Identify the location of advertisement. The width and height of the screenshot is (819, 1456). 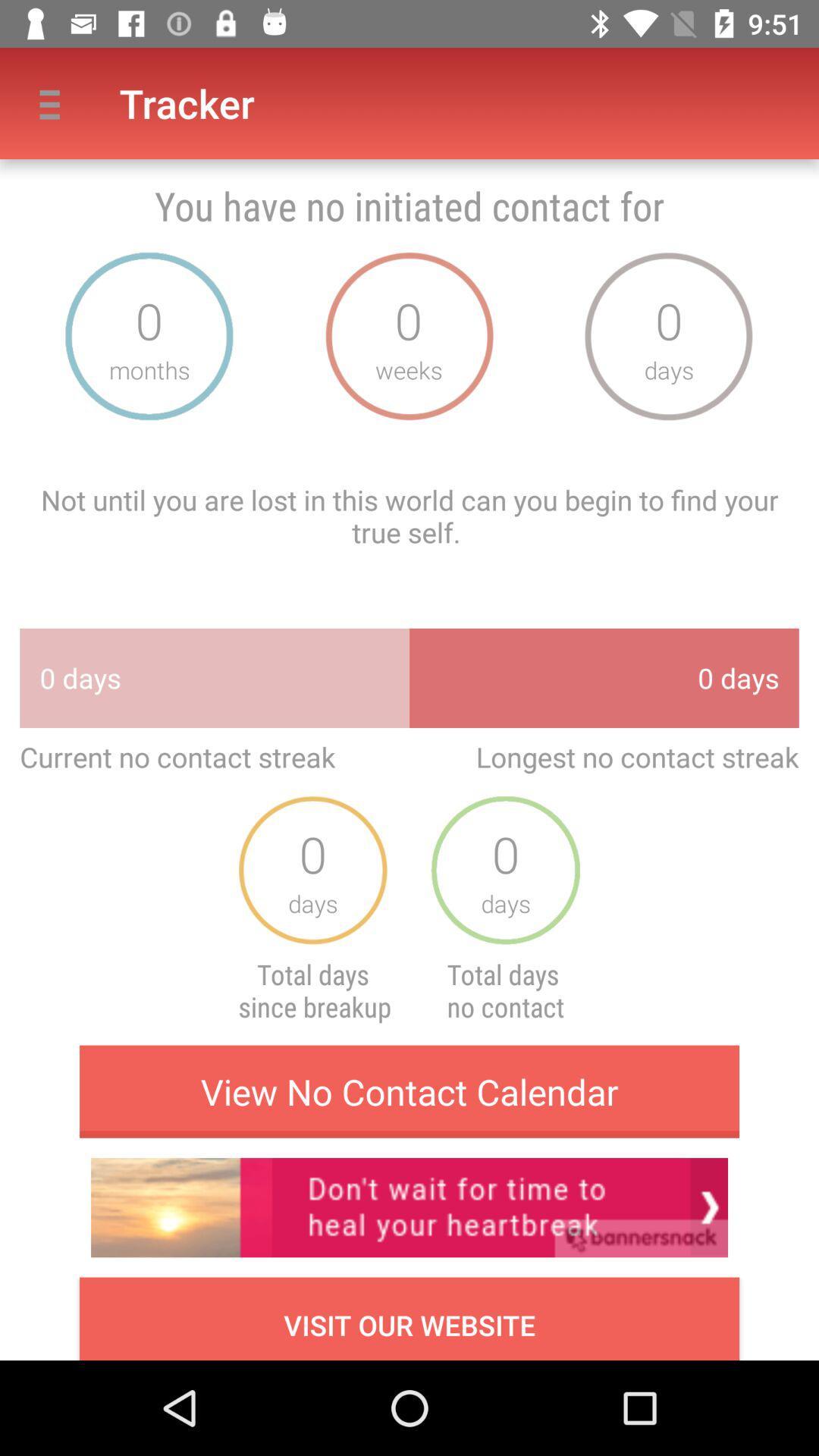
(409, 1207).